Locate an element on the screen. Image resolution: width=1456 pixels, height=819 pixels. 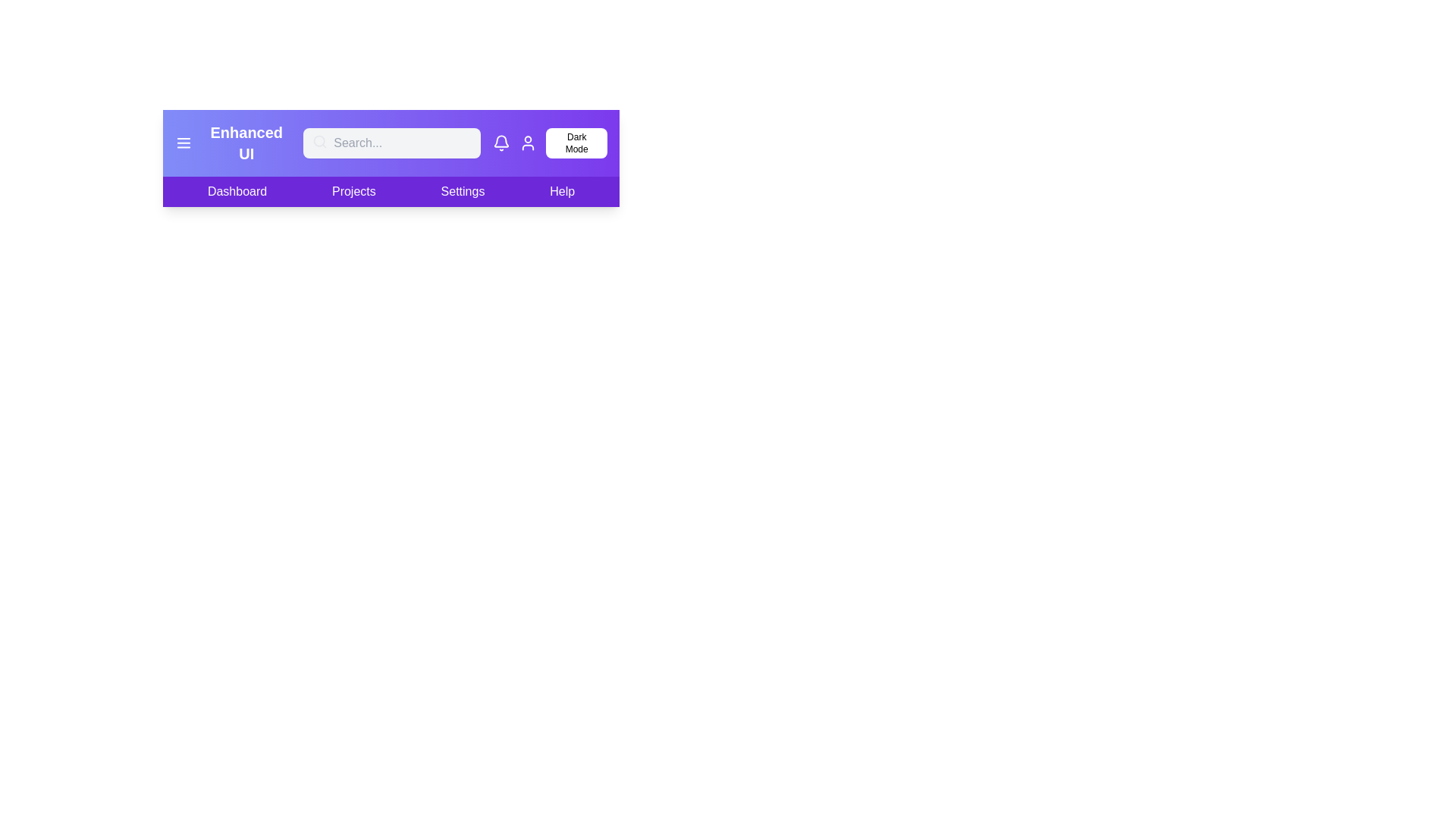
the 'Dark Mode' button to toggle the mode is located at coordinates (575, 143).